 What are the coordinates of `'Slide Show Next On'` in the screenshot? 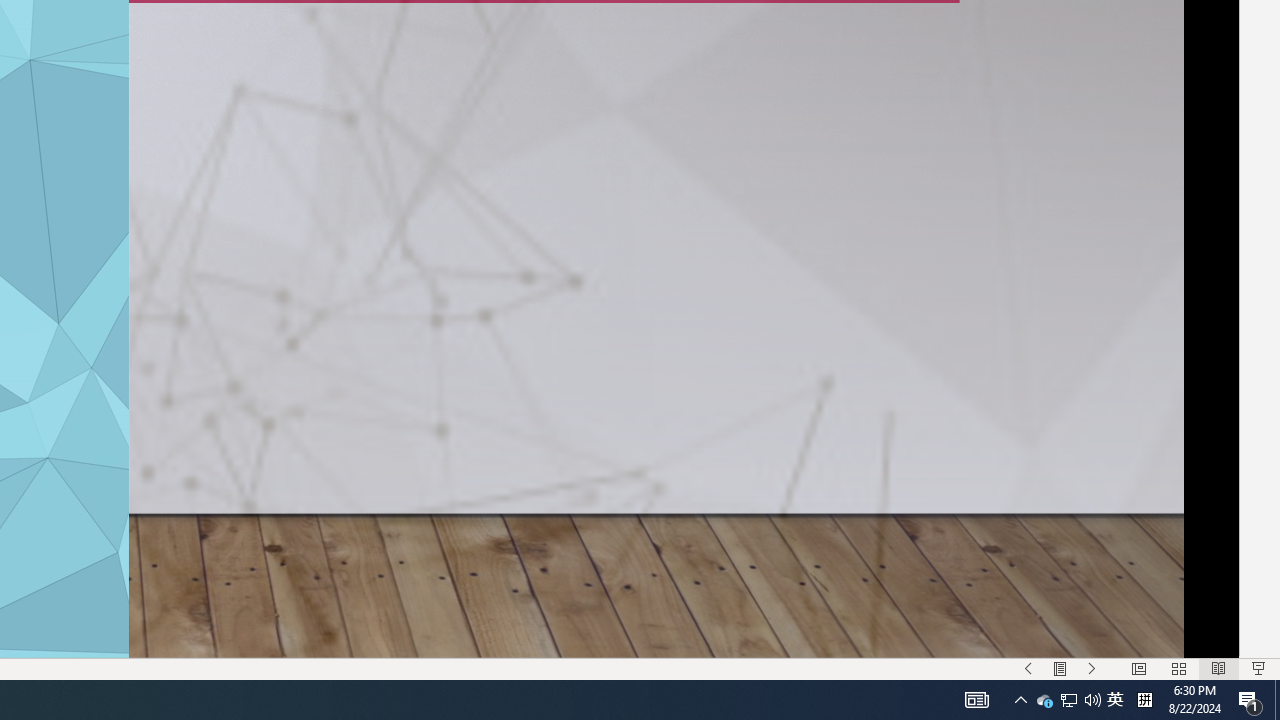 It's located at (1091, 669).